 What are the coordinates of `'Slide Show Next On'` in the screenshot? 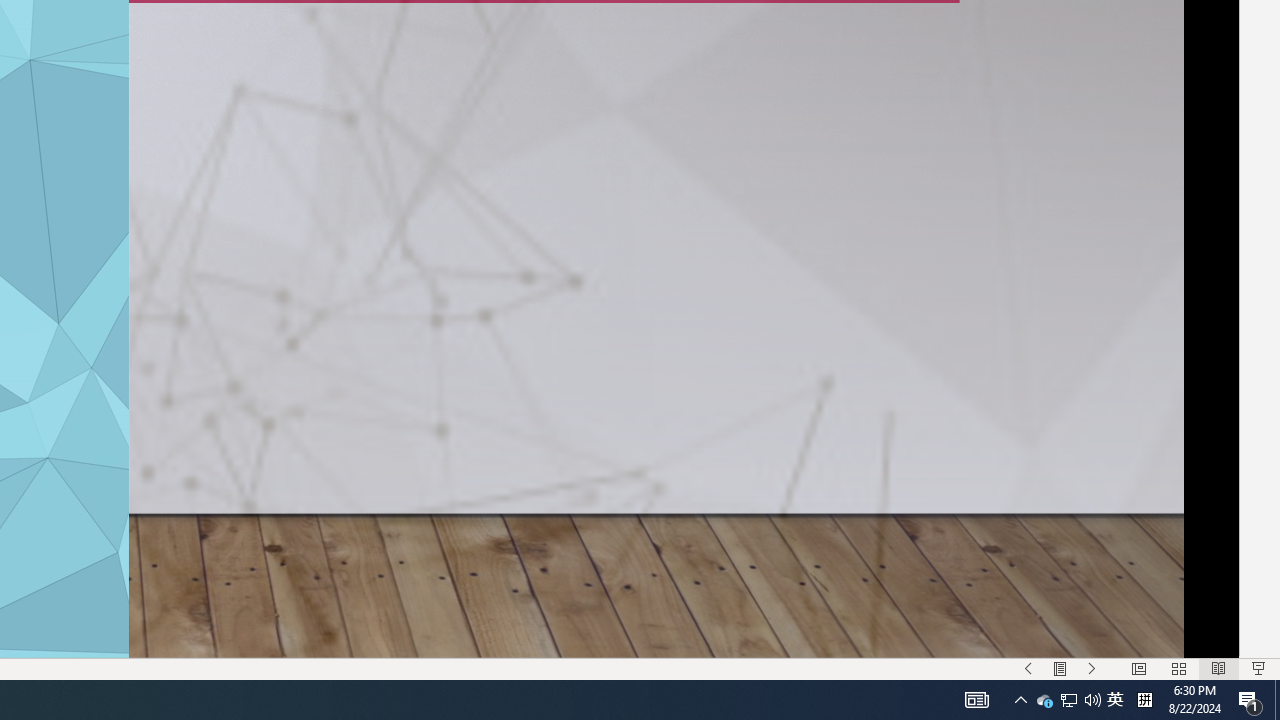 It's located at (1091, 669).